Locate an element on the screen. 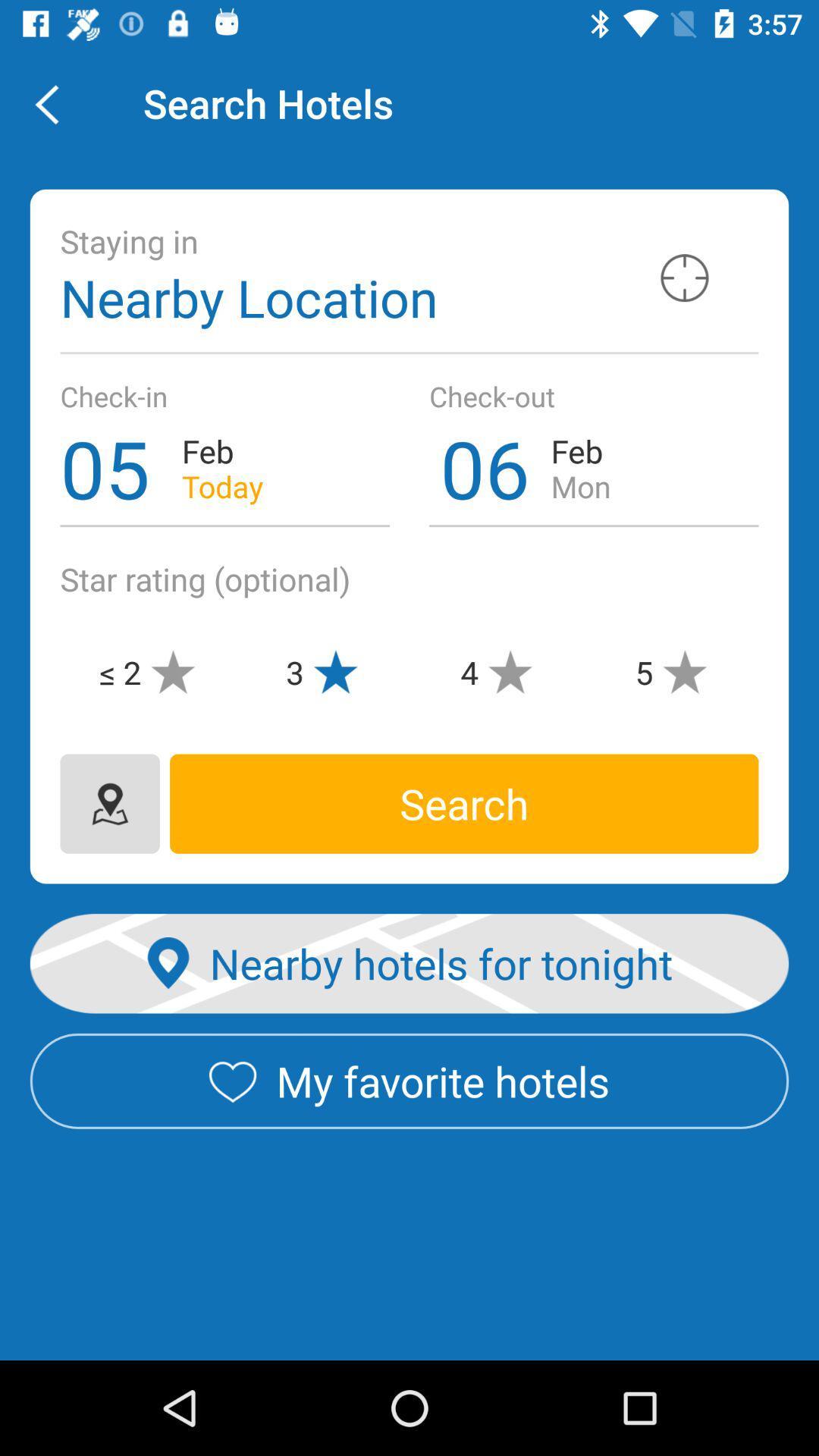 This screenshot has height=1456, width=819. a map icon with a pinpoint on top of it when pressed leads to a map of the location is located at coordinates (109, 803).